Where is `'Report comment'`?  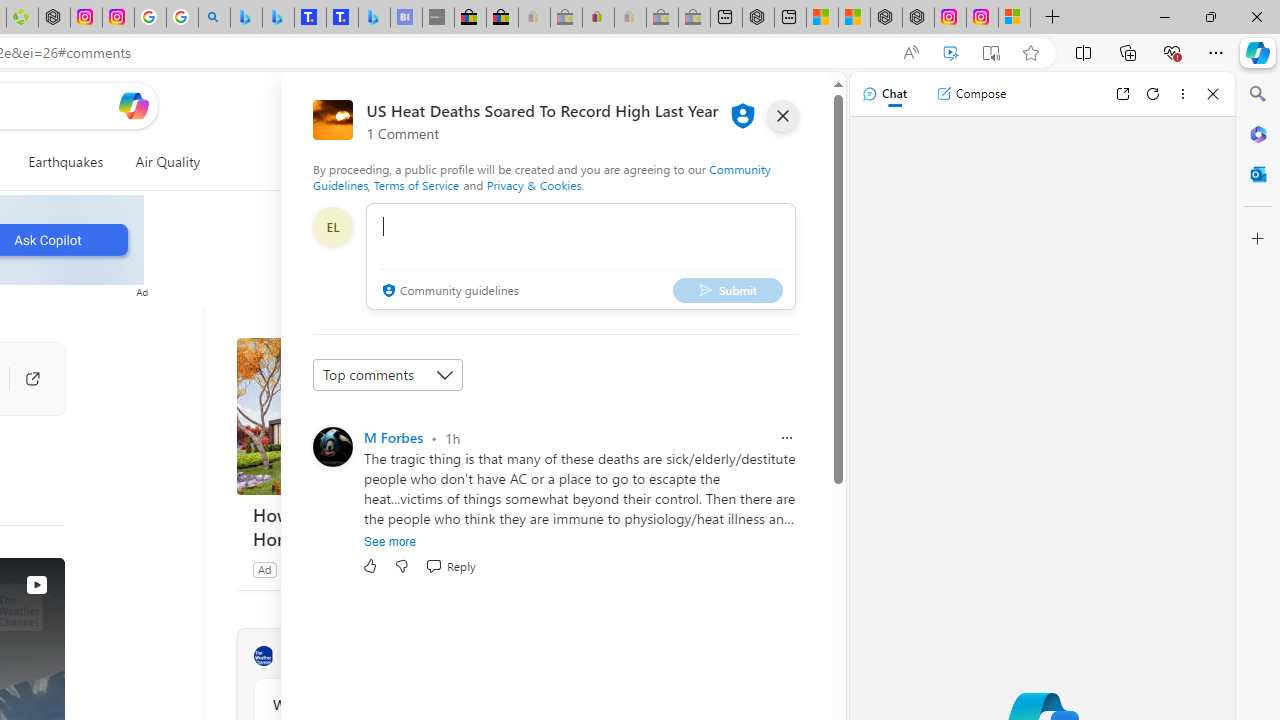 'Report comment' is located at coordinates (785, 437).